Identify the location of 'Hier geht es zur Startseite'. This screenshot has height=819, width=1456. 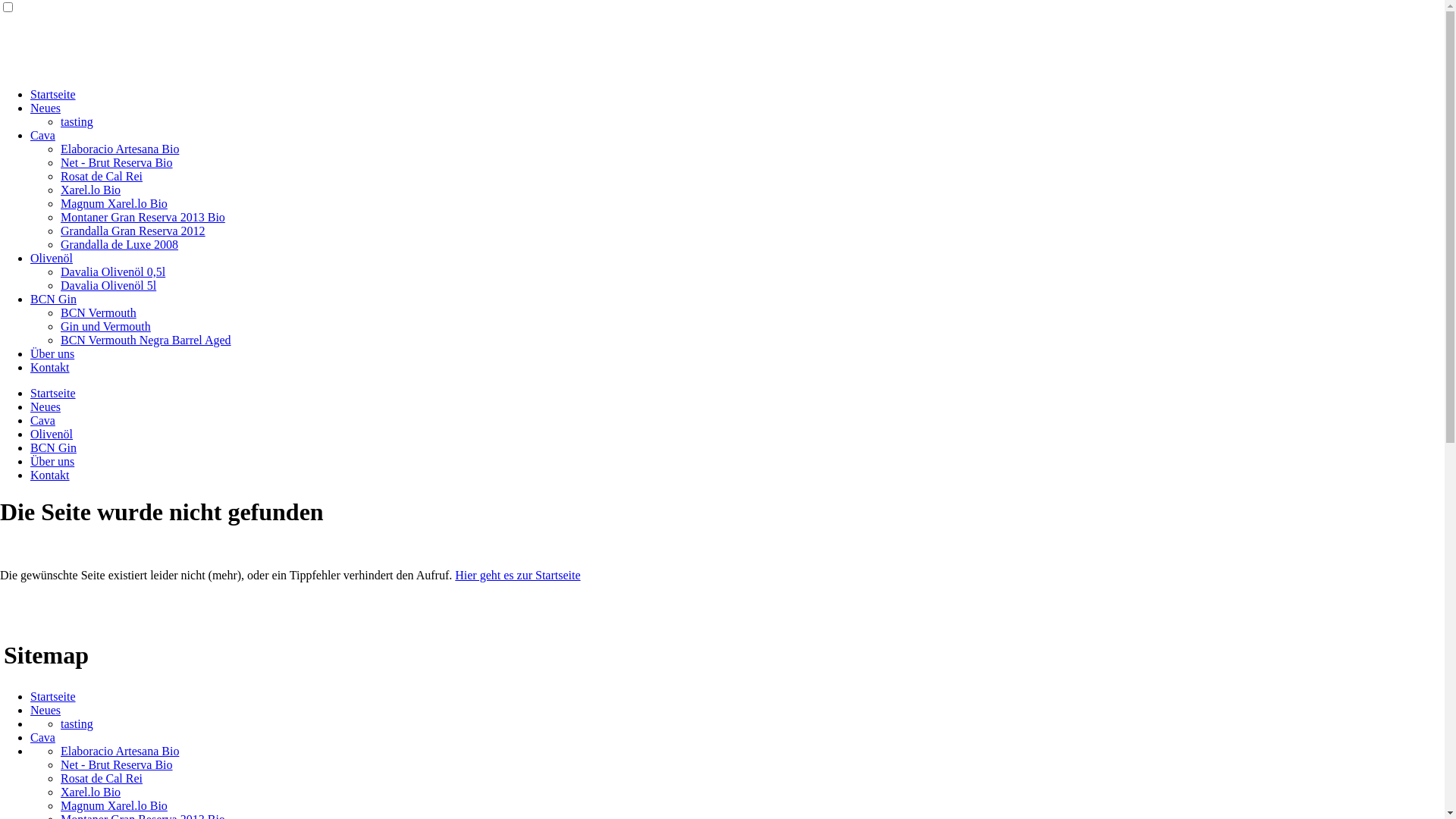
(517, 575).